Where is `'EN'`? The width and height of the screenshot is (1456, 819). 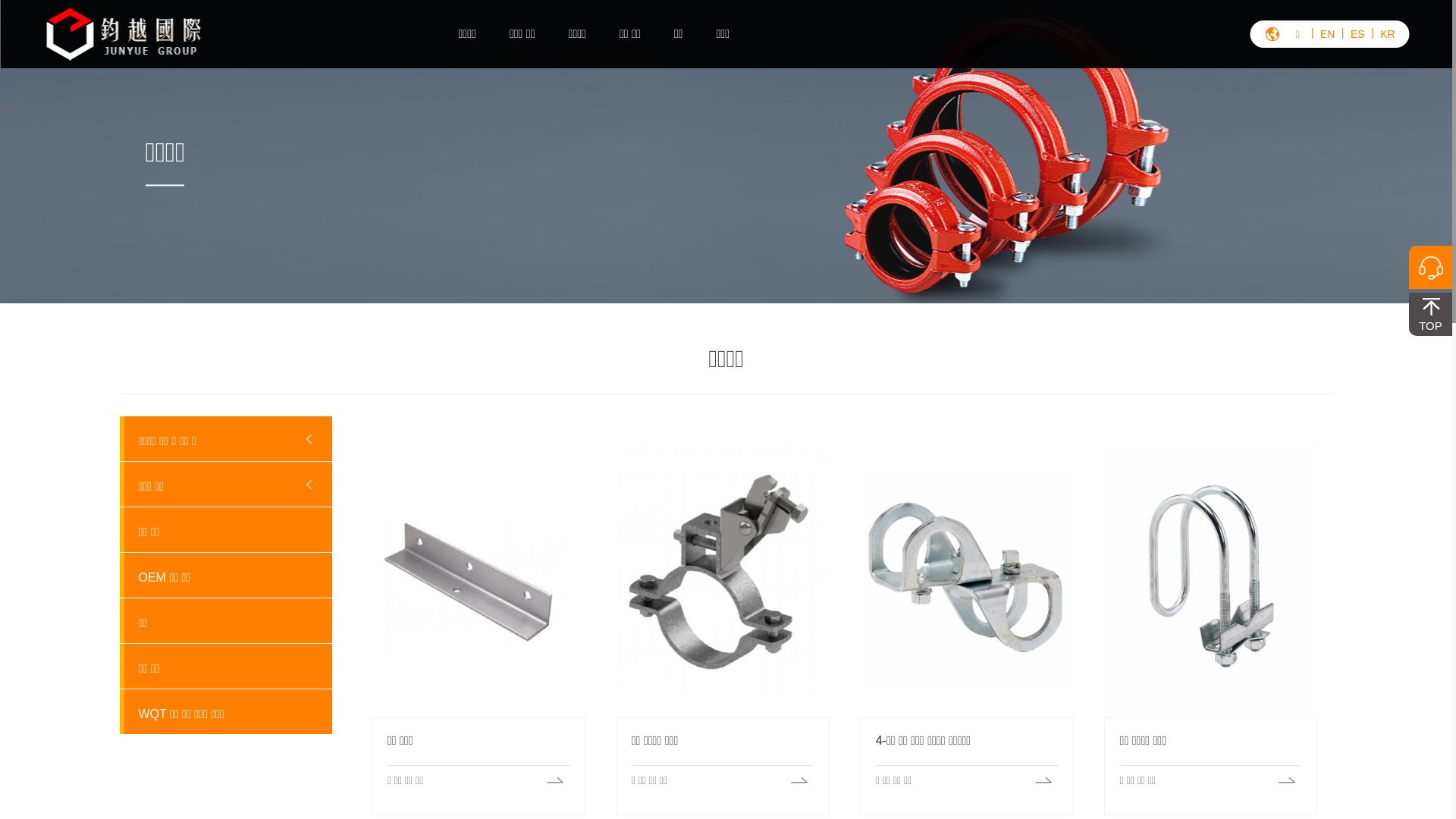
'EN' is located at coordinates (1327, 34).